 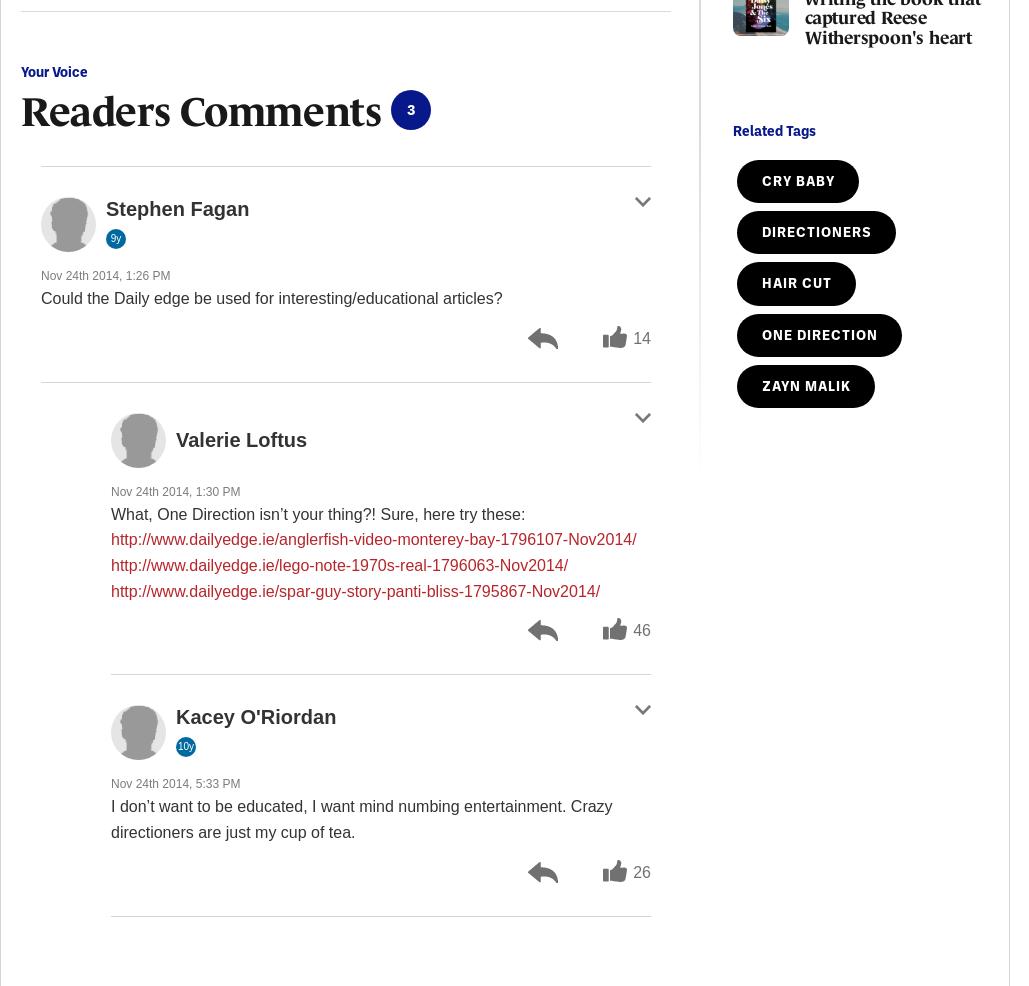 I want to click on 'I don’t want to be educated, I want mind numbing entertainment. Crazy directioners are just my cup of tea.', so click(x=110, y=818).